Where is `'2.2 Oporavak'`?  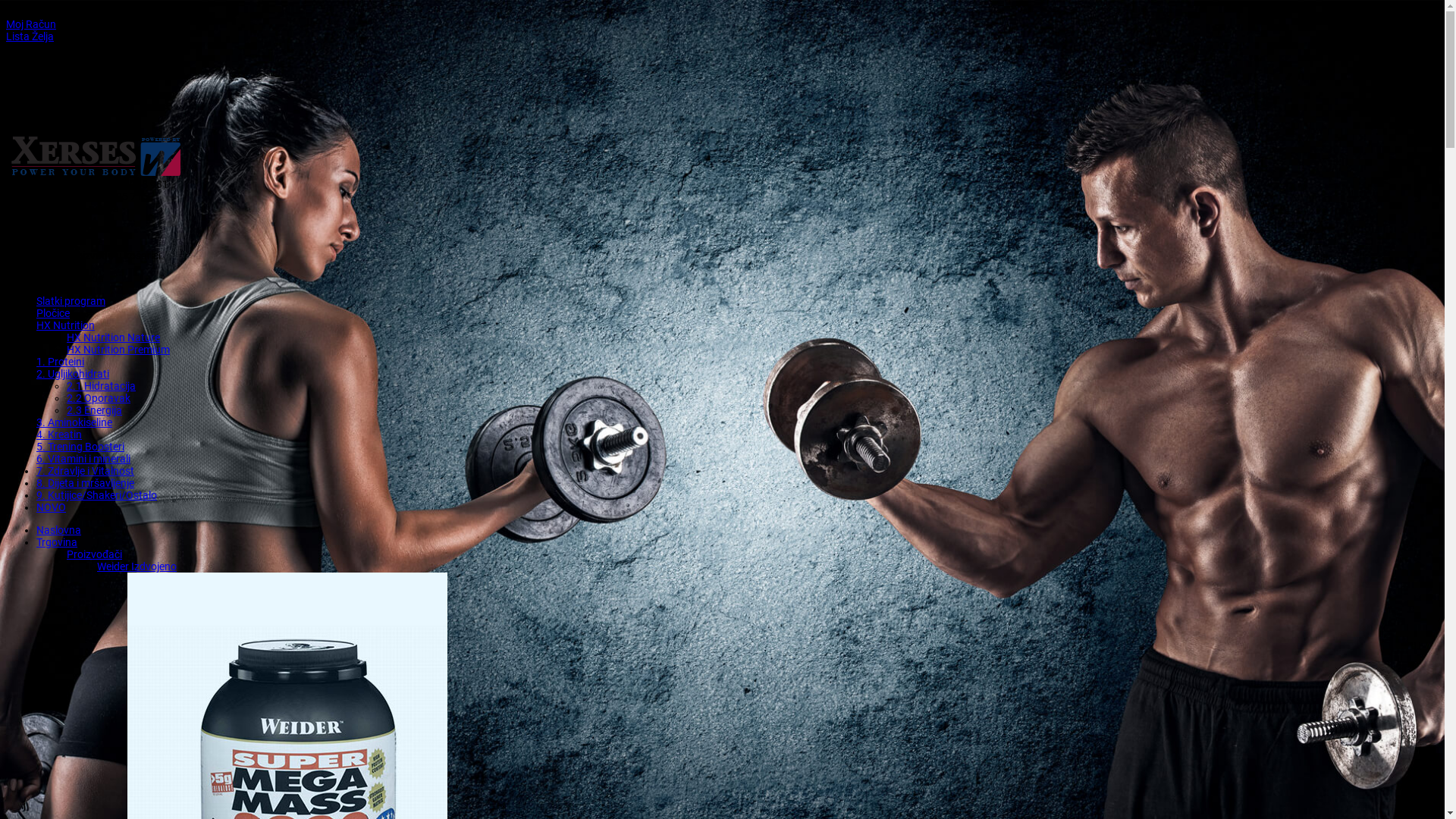
'2.2 Oporavak' is located at coordinates (65, 397).